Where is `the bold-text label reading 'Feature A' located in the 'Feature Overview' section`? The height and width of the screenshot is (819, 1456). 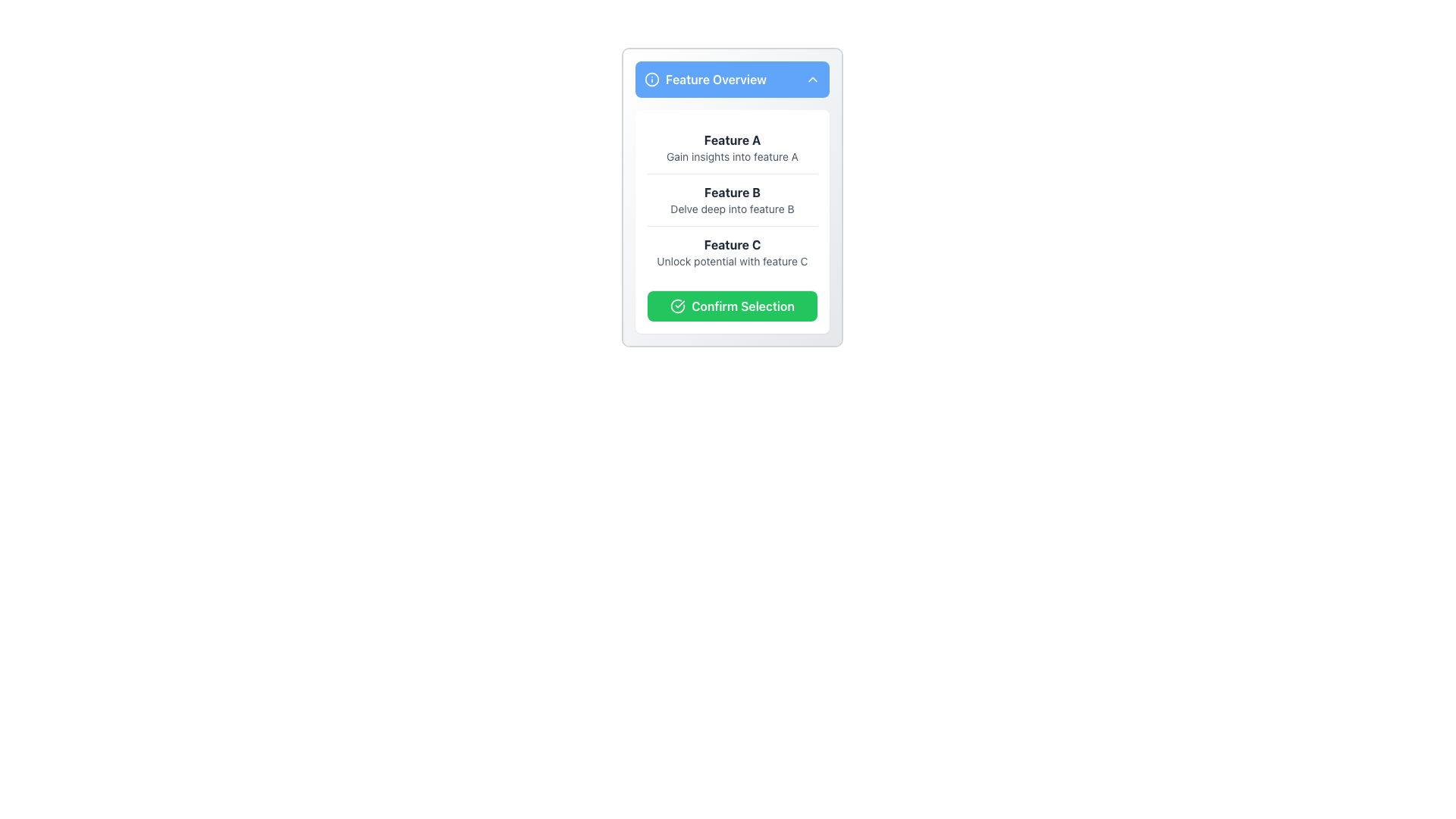
the bold-text label reading 'Feature A' located in the 'Feature Overview' section is located at coordinates (732, 140).